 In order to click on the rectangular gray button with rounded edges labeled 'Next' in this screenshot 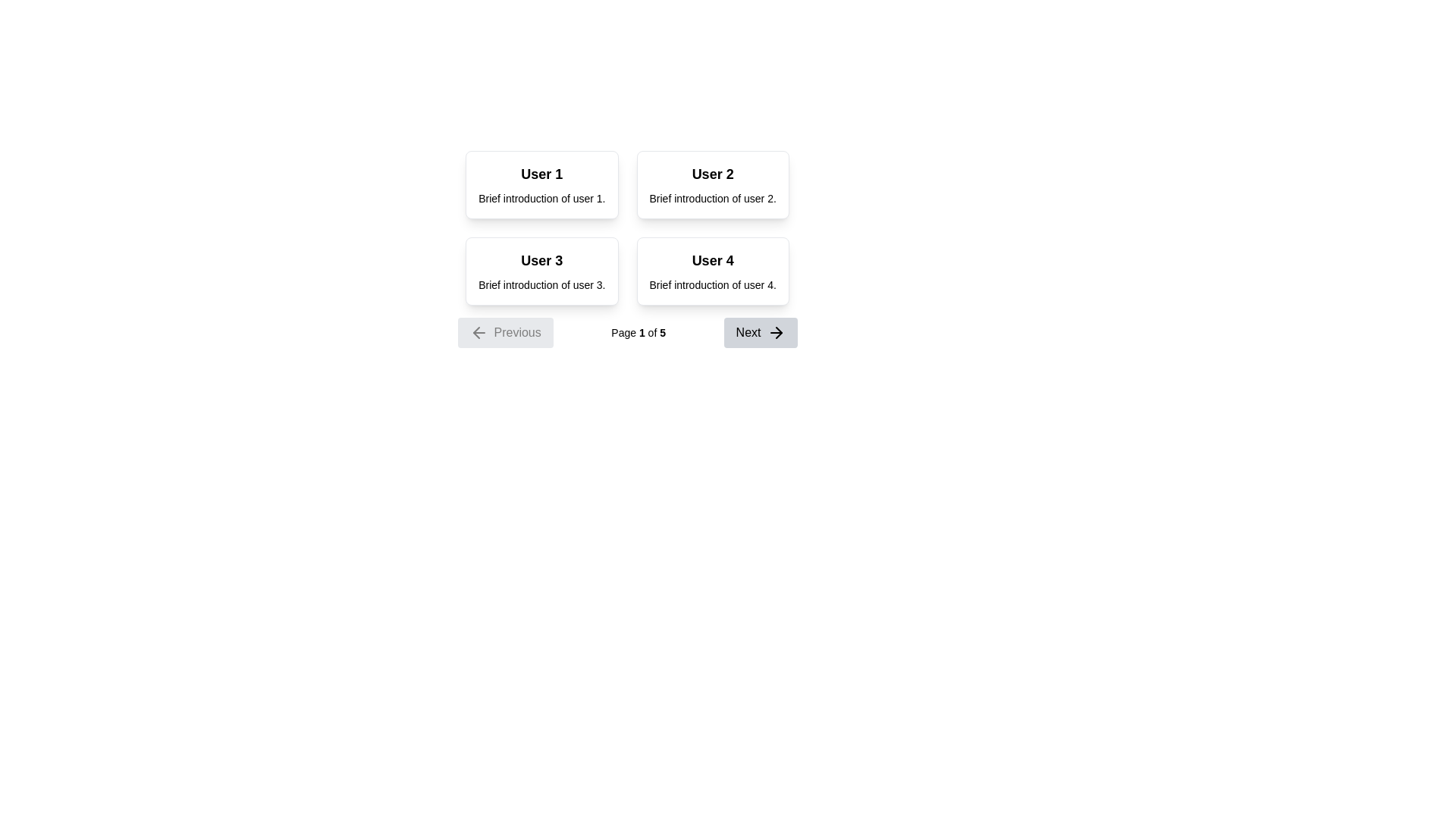, I will do `click(761, 332)`.